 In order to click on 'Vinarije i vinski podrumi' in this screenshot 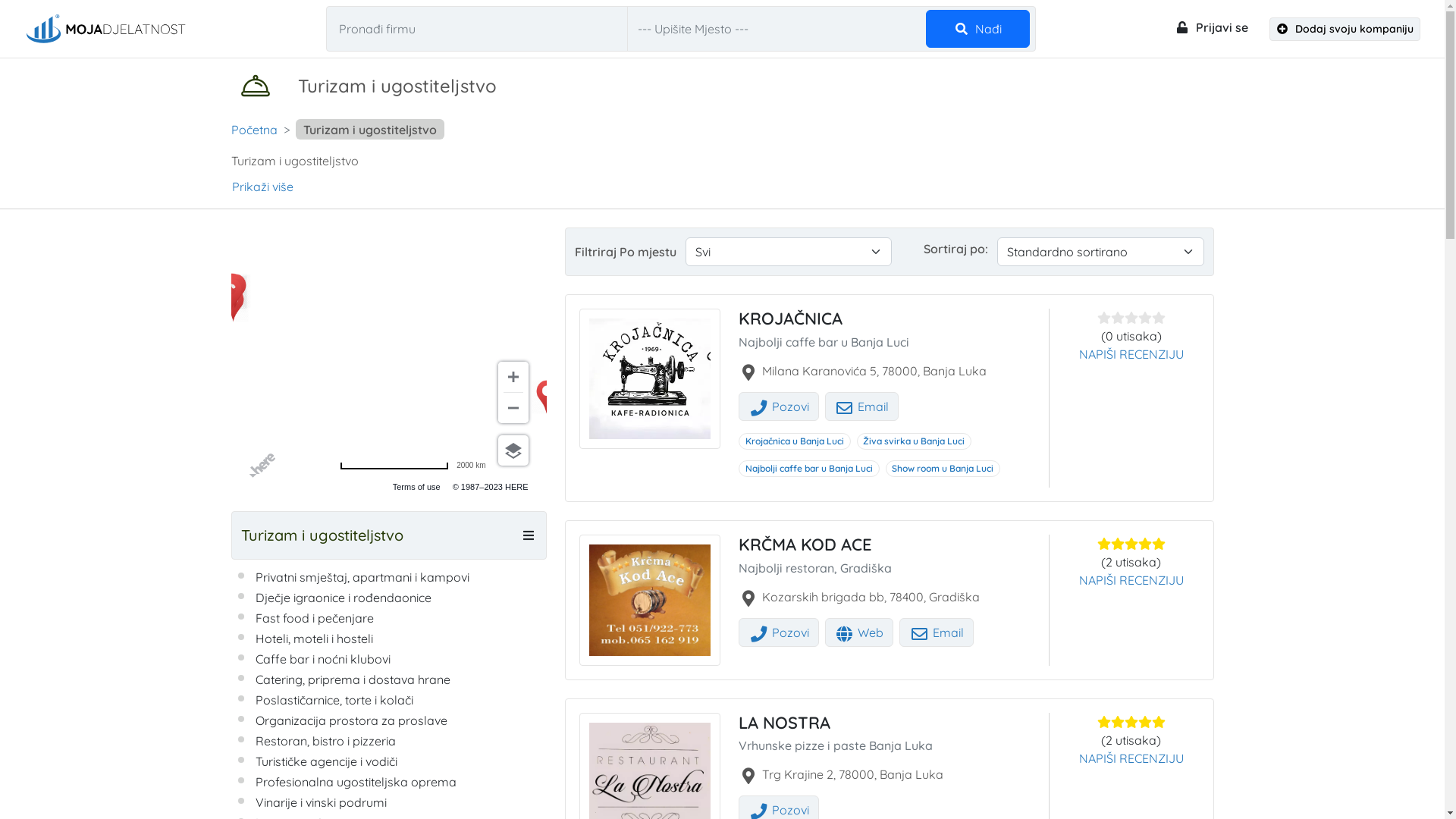, I will do `click(255, 801)`.